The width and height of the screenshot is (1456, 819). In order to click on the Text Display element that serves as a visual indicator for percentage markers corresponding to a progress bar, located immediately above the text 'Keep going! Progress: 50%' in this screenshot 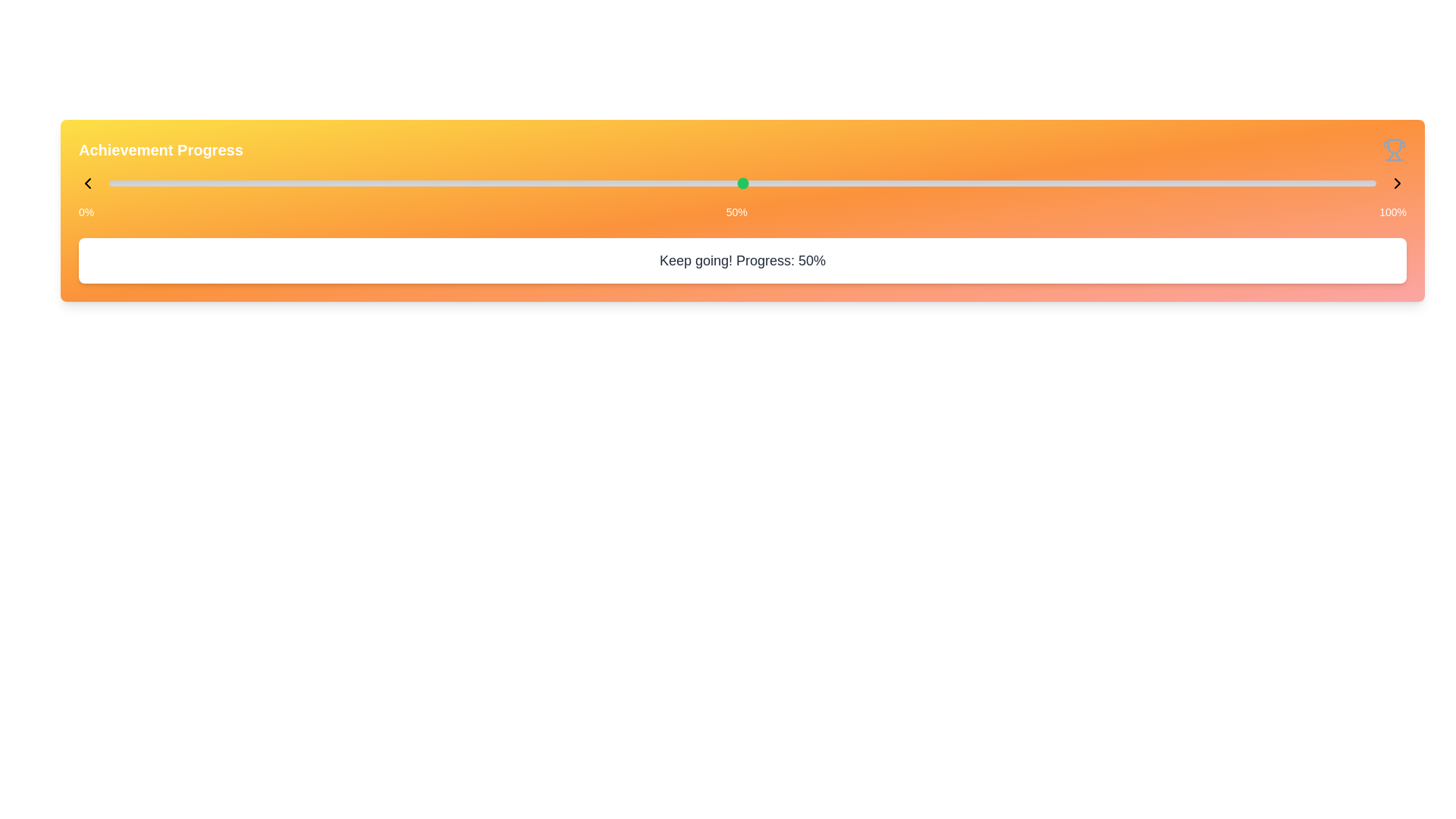, I will do `click(742, 212)`.